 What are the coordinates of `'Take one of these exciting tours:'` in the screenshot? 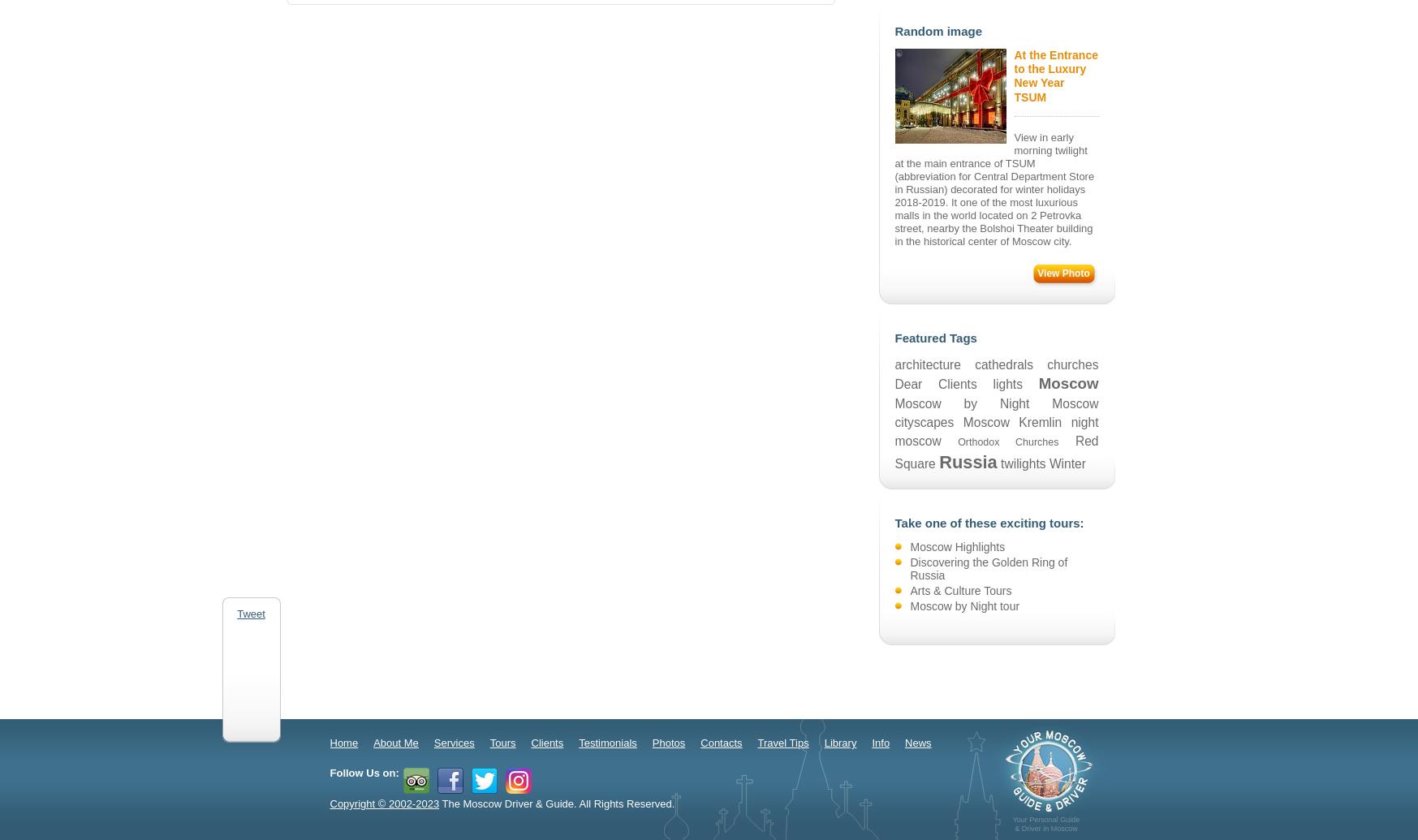 It's located at (989, 522).